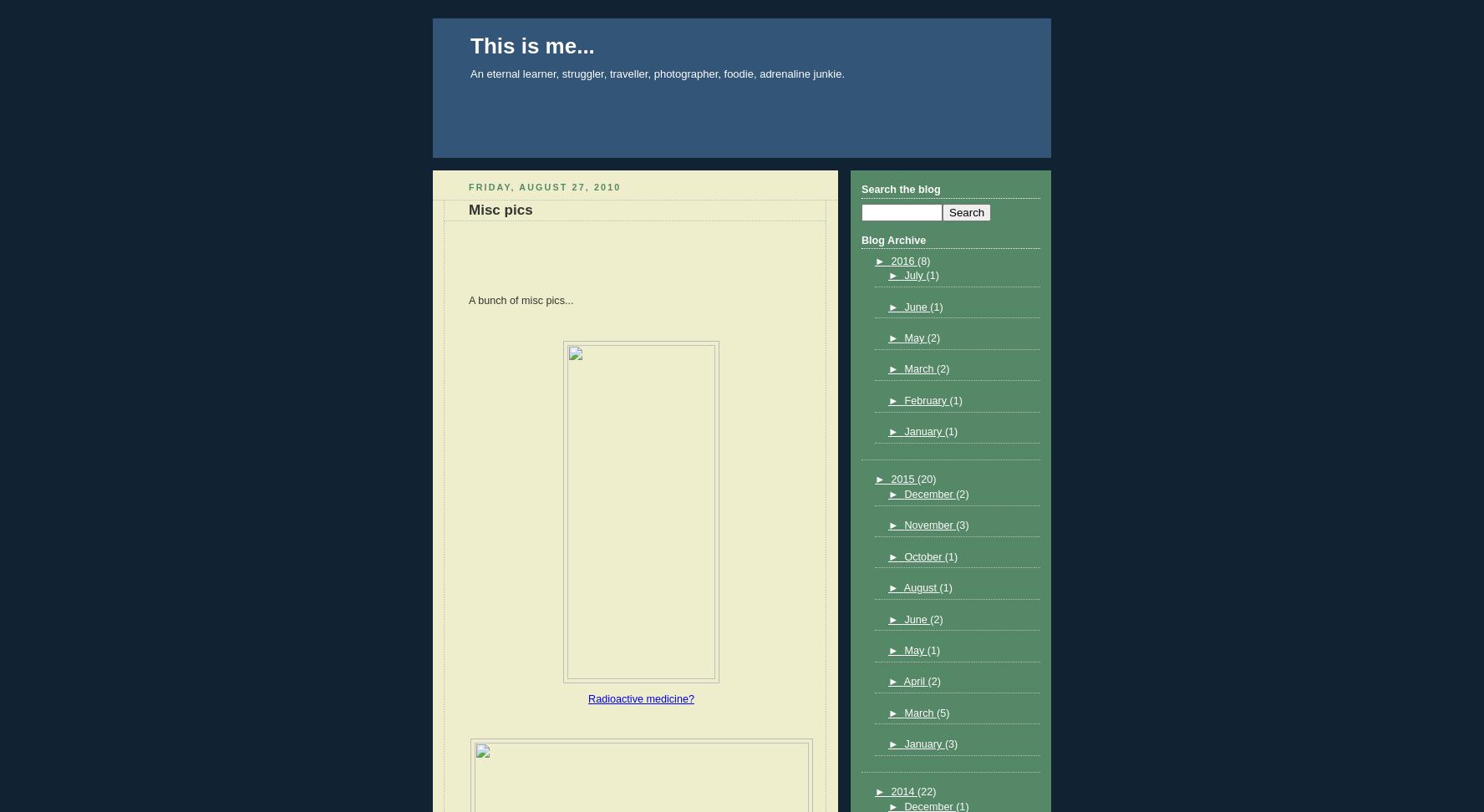  What do you see at coordinates (930, 525) in the screenshot?
I see `'November'` at bounding box center [930, 525].